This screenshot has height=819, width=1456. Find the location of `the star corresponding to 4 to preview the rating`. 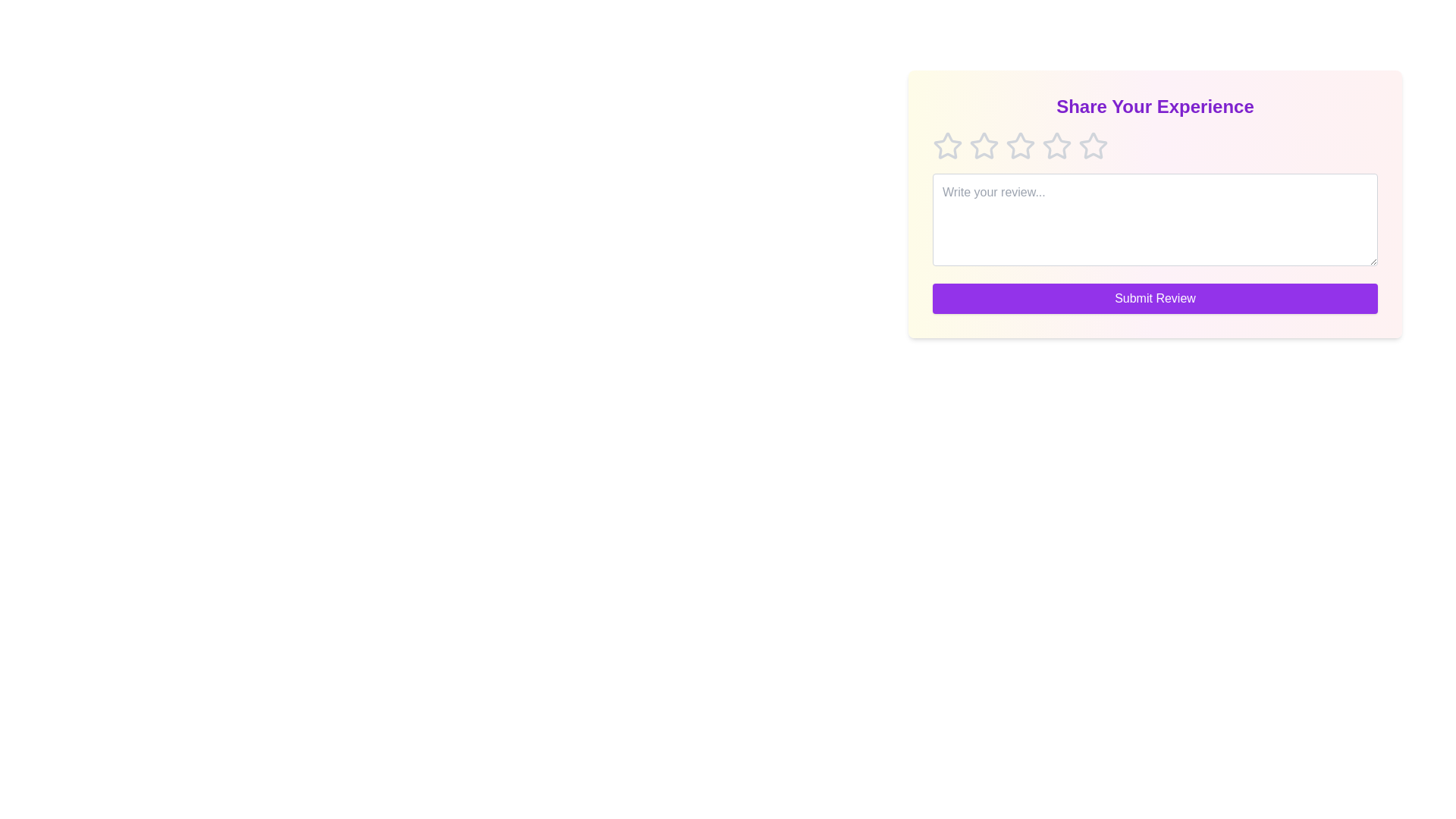

the star corresponding to 4 to preview the rating is located at coordinates (1056, 146).